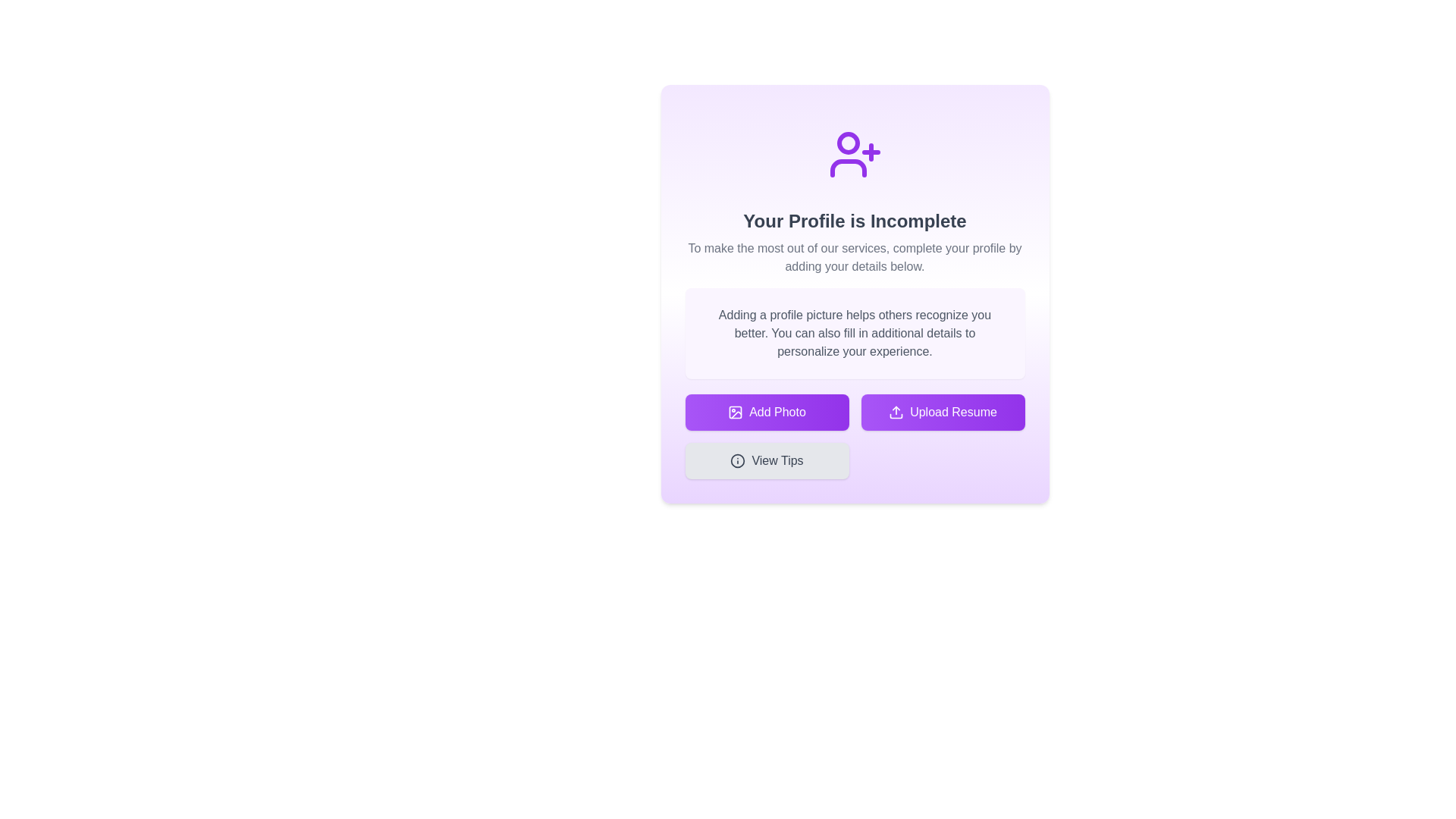 This screenshot has height=819, width=1456. Describe the element at coordinates (855, 155) in the screenshot. I see `the user profile icon with a plus sign, which is vividly purple and located above the text 'Your Profile is Incomplete'` at that location.